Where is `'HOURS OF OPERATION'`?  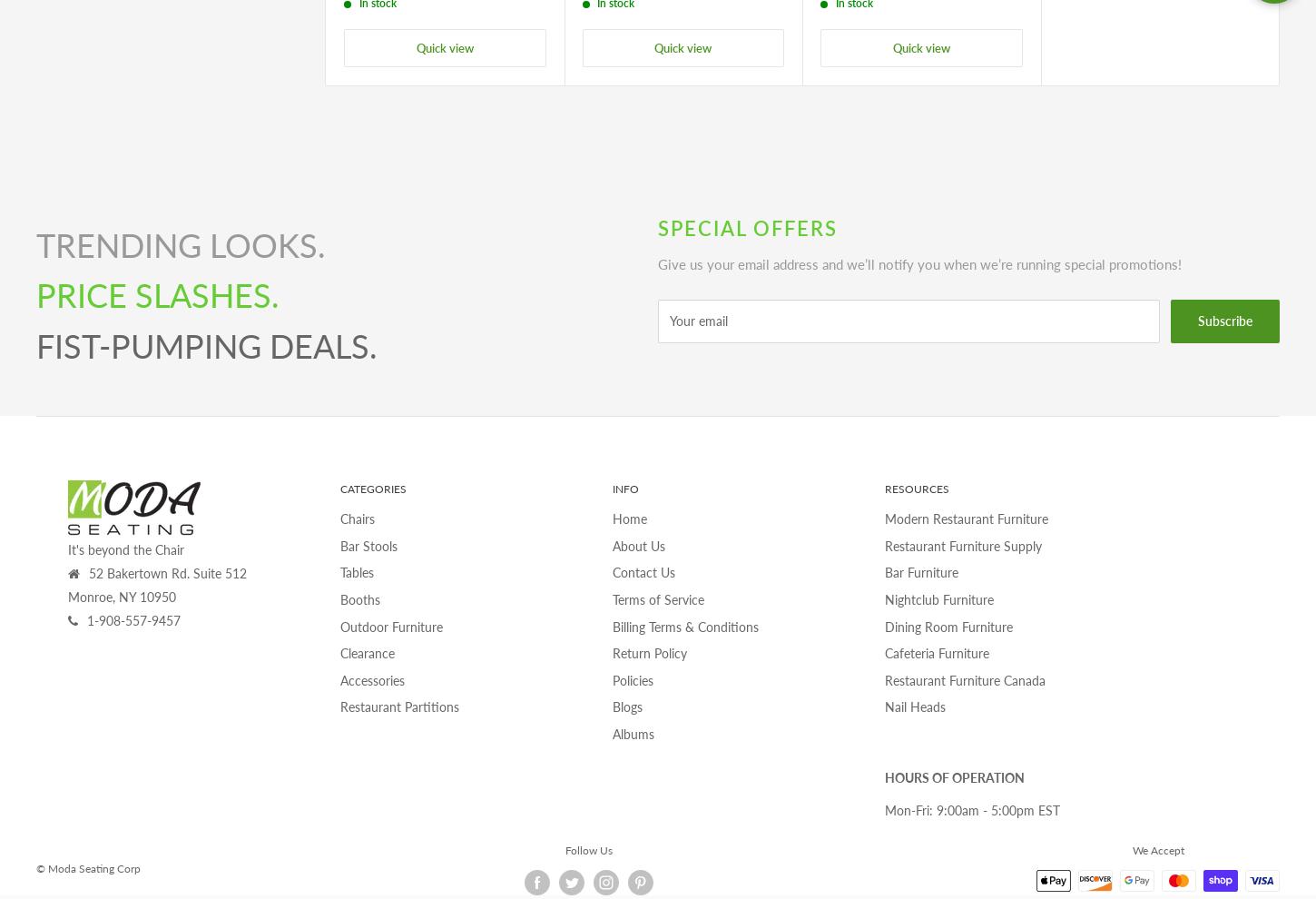 'HOURS OF OPERATION' is located at coordinates (954, 777).